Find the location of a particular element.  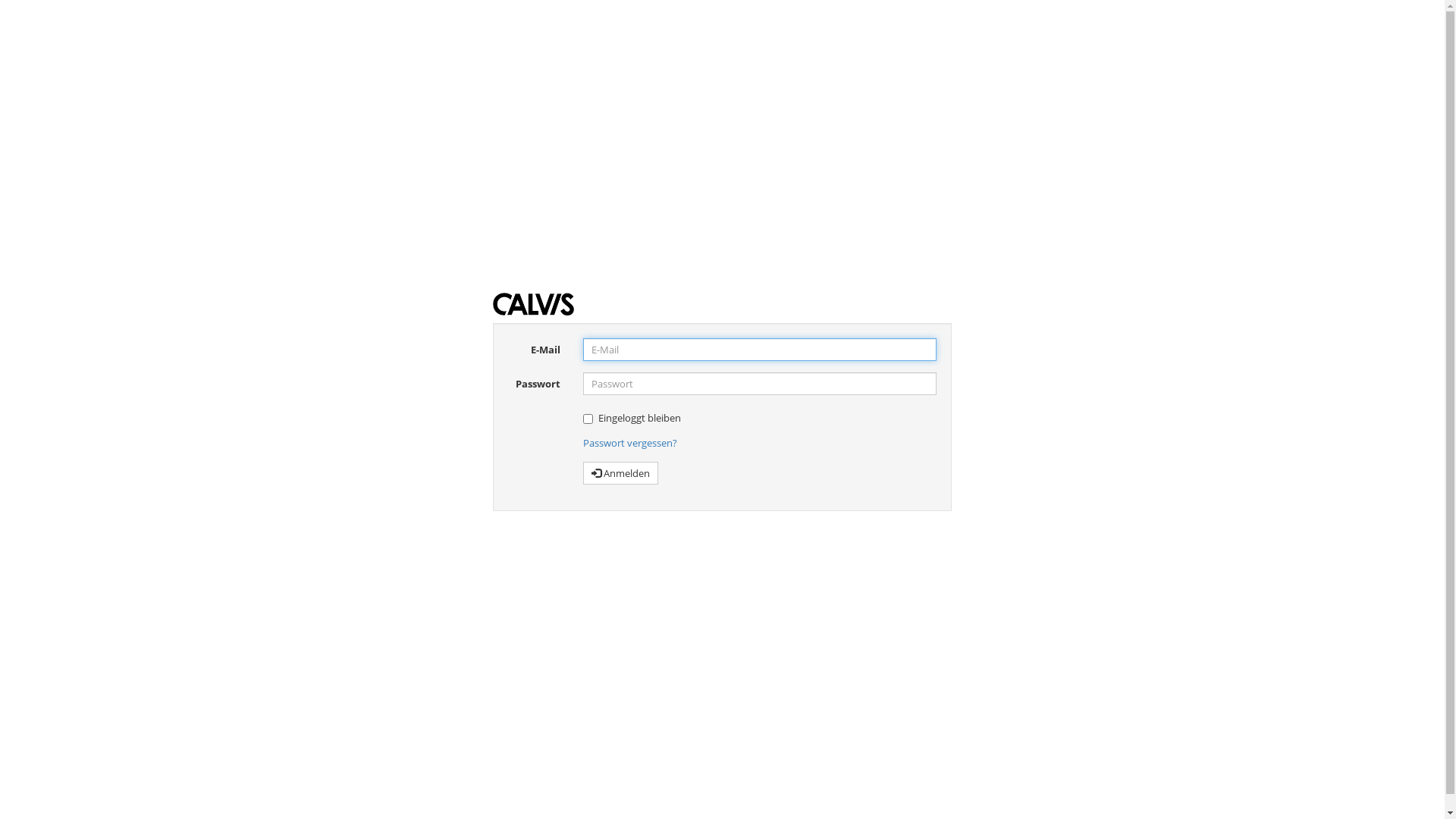

'Anmelden' is located at coordinates (620, 472).